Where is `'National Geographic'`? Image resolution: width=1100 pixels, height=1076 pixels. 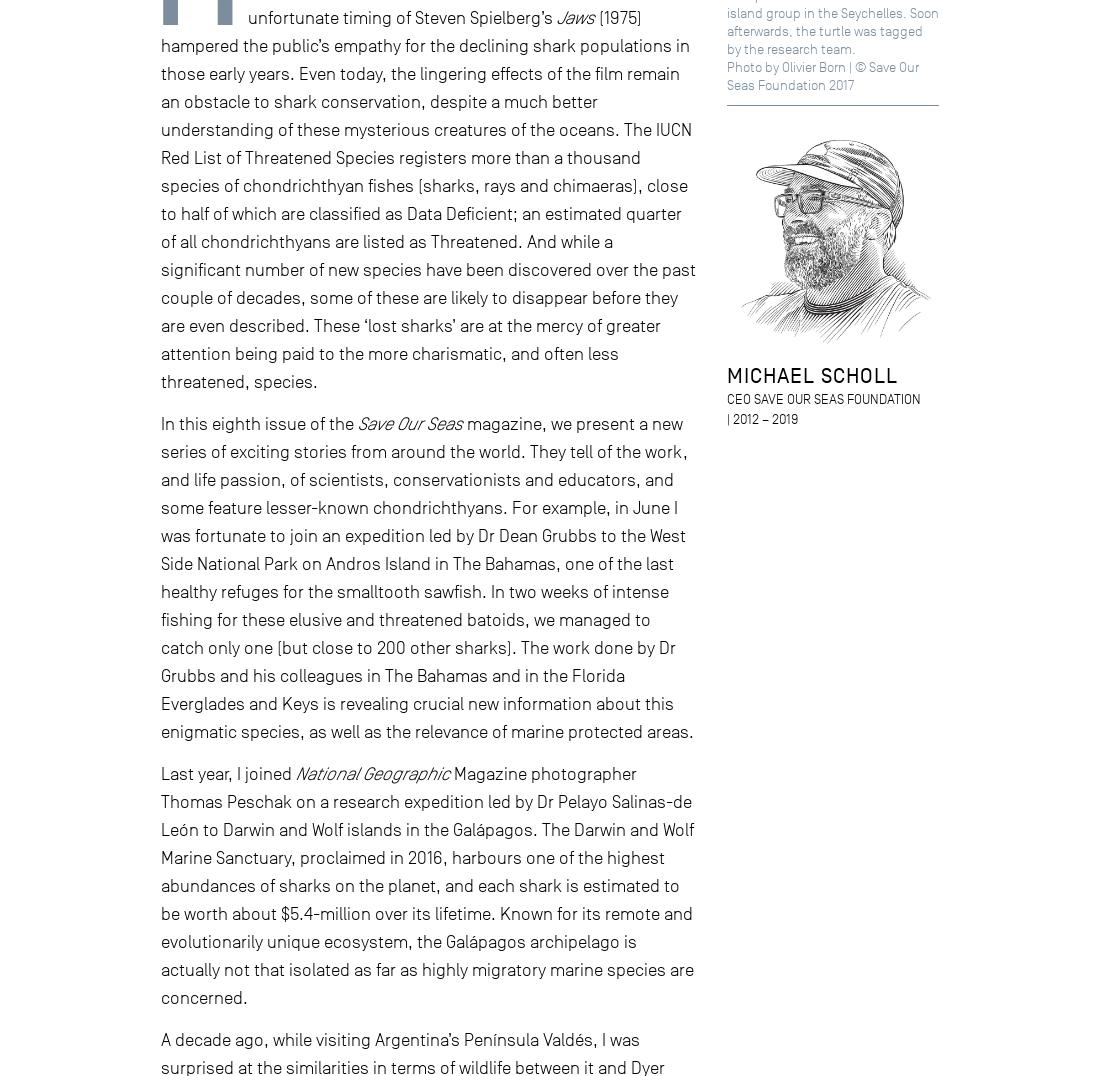
'National Geographic' is located at coordinates (372, 773).